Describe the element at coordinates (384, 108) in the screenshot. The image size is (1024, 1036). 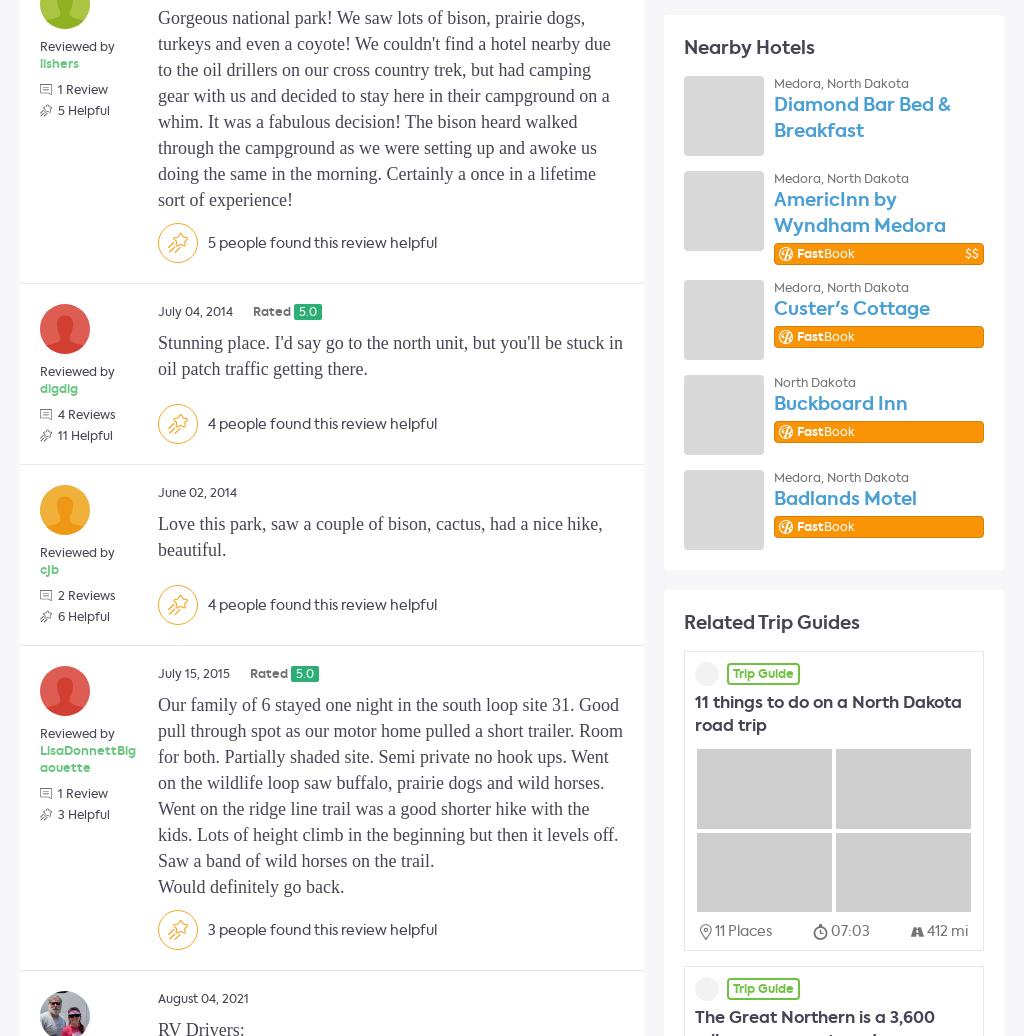
I see `'Gorgeous national park! We saw lots of bison, prairie dogs, turkeys and even a coyote! We couldn't find a hotel nearby due to the oil drillers on our cross country trek, but had camping gear with us and decided to stay here in their campground on a whim.  It was a fabulous decision!  The bison heard walked through the campground as we were setting up and awoke us doing the same in the morning.  Certainly a once in a lifetime sort of experience!'` at that location.